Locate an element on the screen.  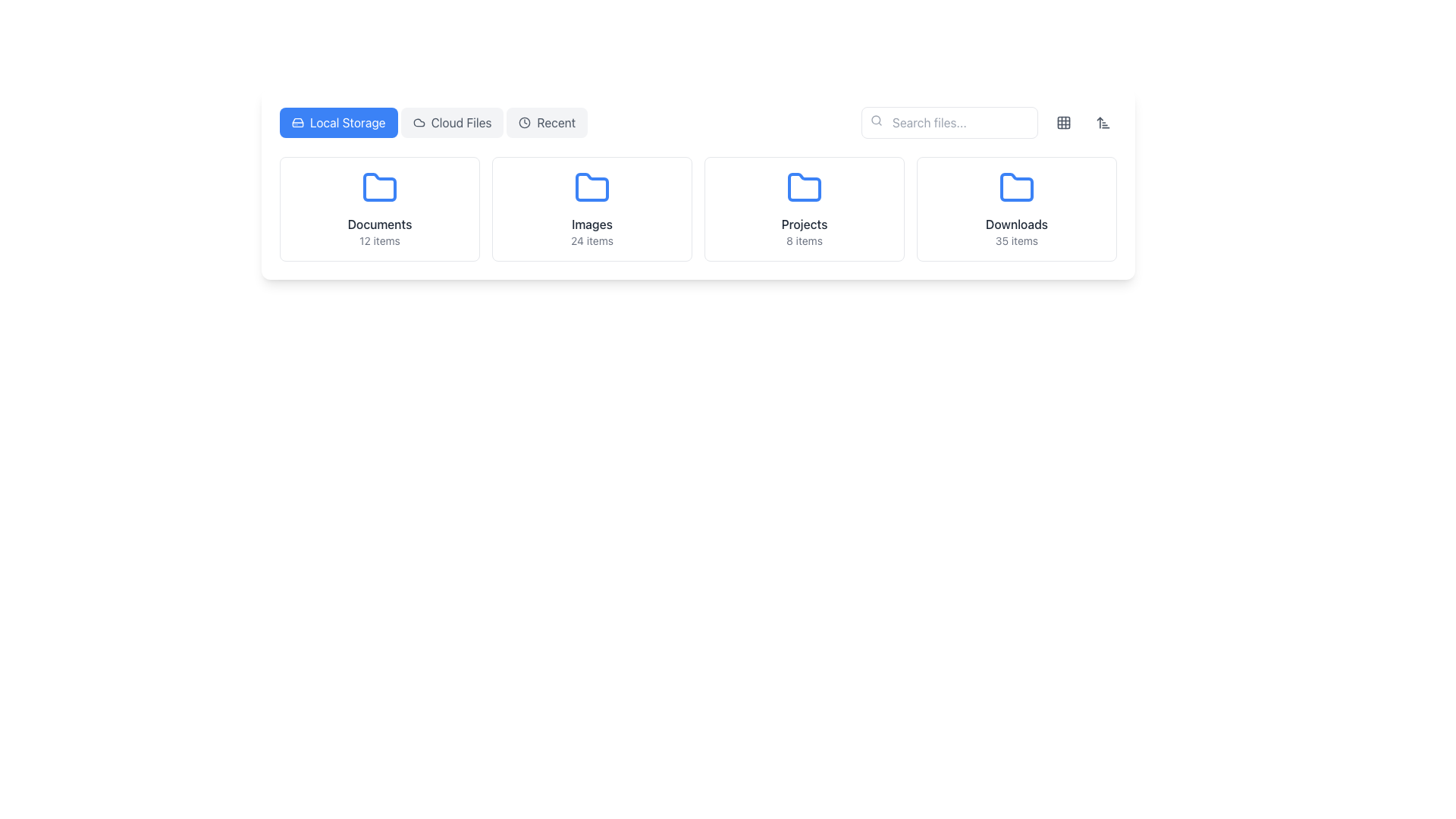
the 'Downloads' text label, which is displayed in bolded dark gray font within a white card component is located at coordinates (1016, 224).